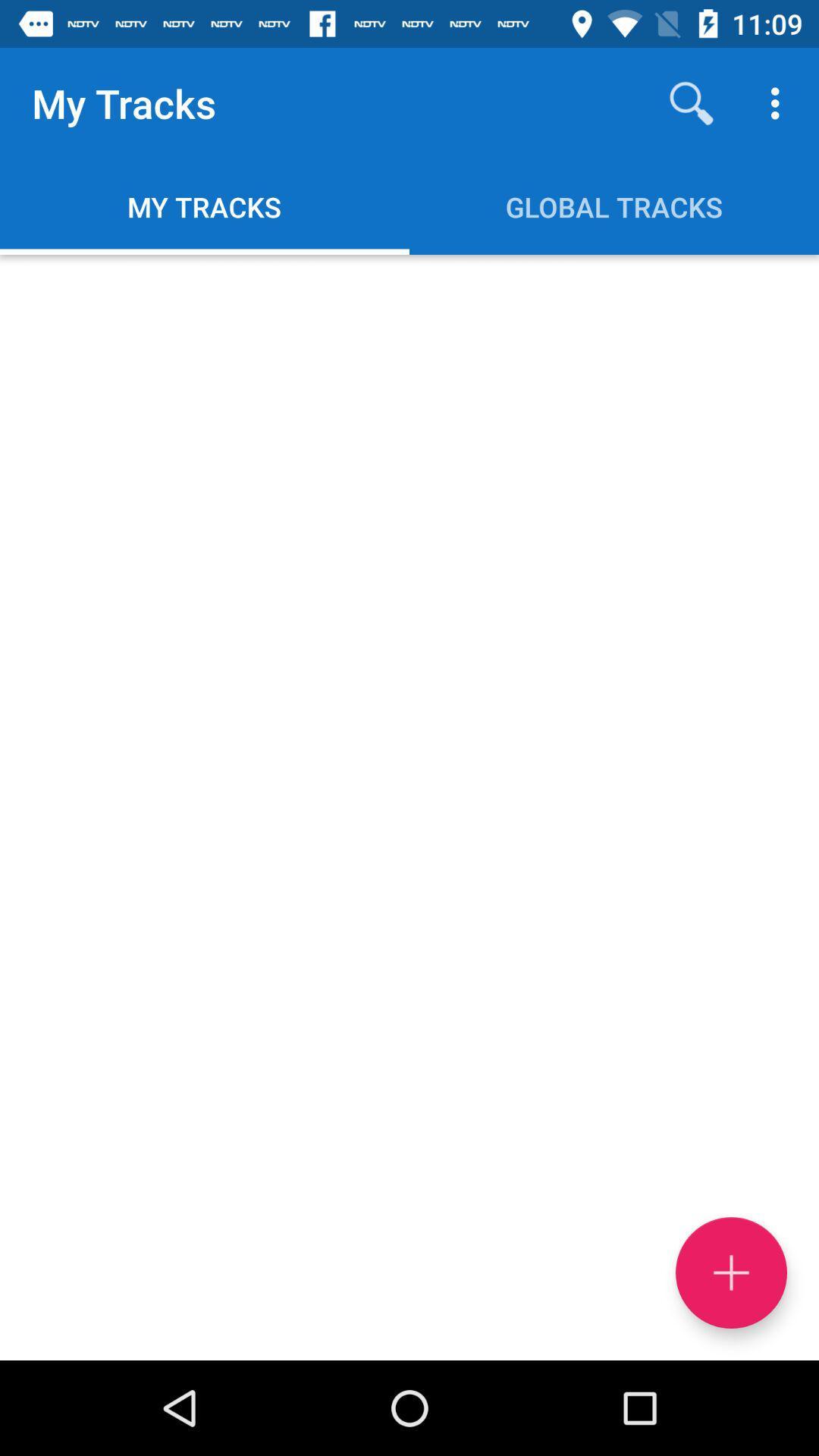 The image size is (819, 1456). What do you see at coordinates (409, 807) in the screenshot?
I see `item below the my tracks item` at bounding box center [409, 807].